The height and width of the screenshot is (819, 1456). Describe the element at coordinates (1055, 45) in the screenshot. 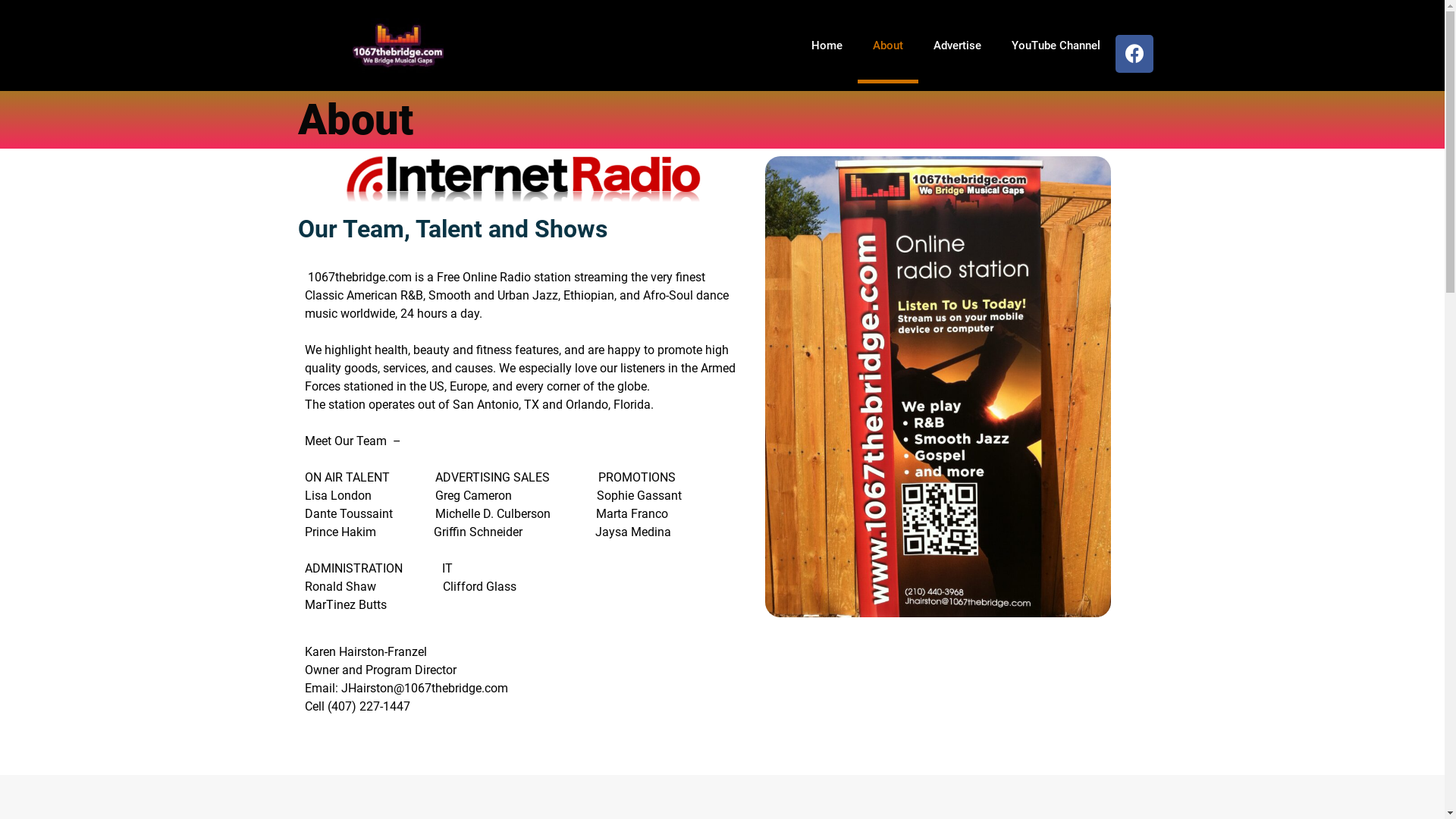

I see `'YouTube Channel'` at that location.